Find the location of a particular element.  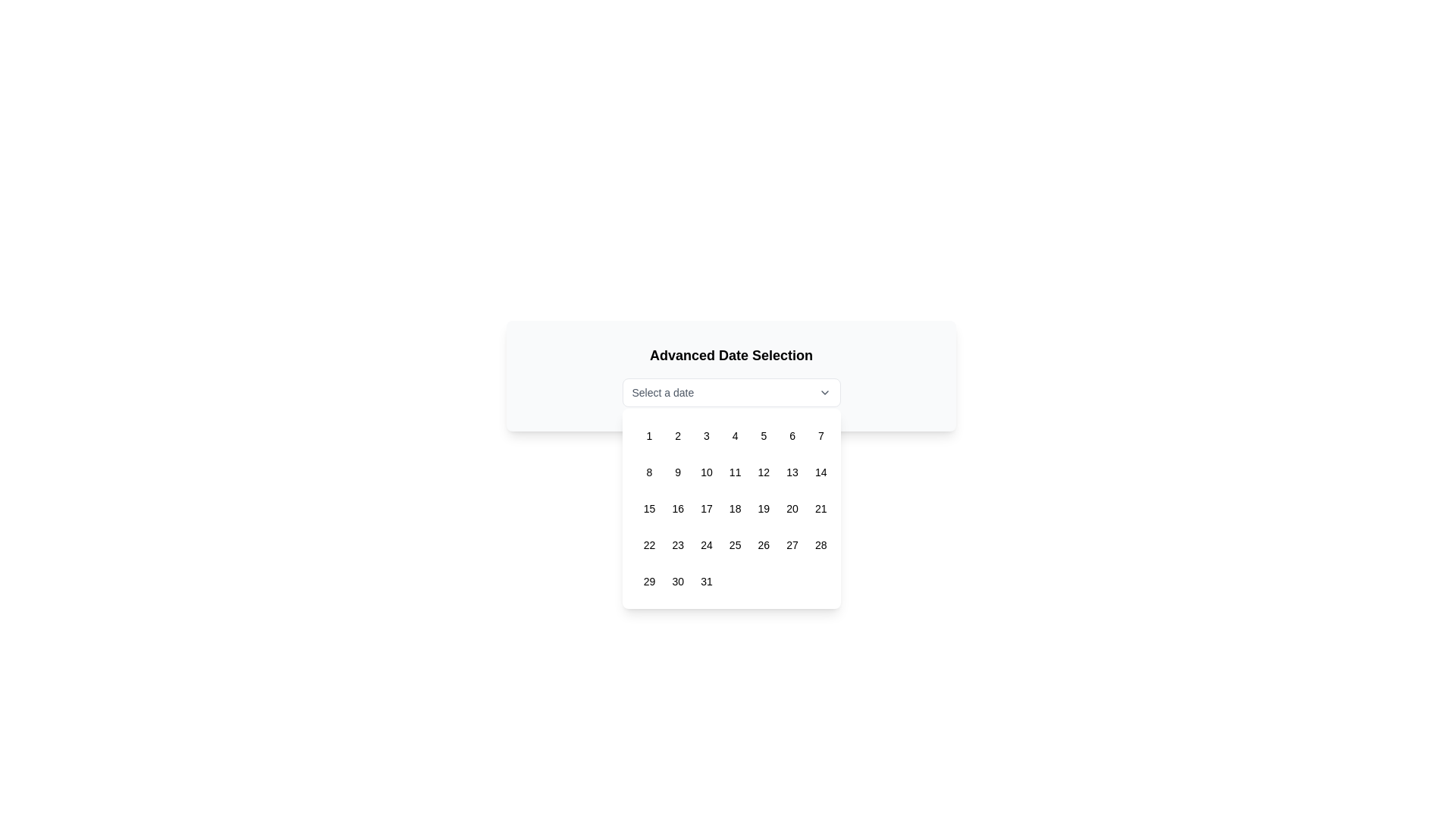

the calendar day selector button displaying the number '1' is located at coordinates (649, 435).